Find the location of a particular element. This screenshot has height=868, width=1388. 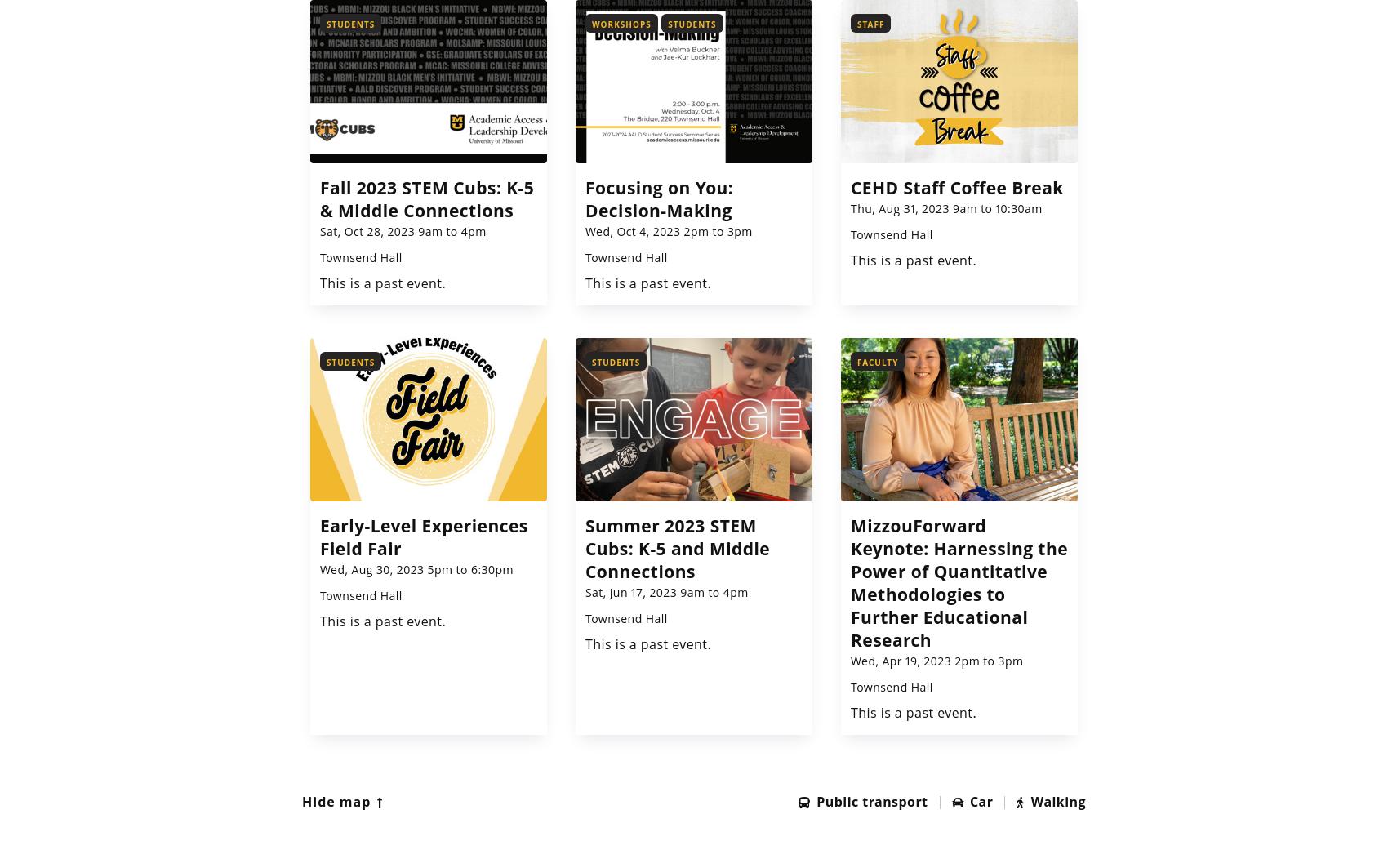

'Walking' is located at coordinates (1058, 800).